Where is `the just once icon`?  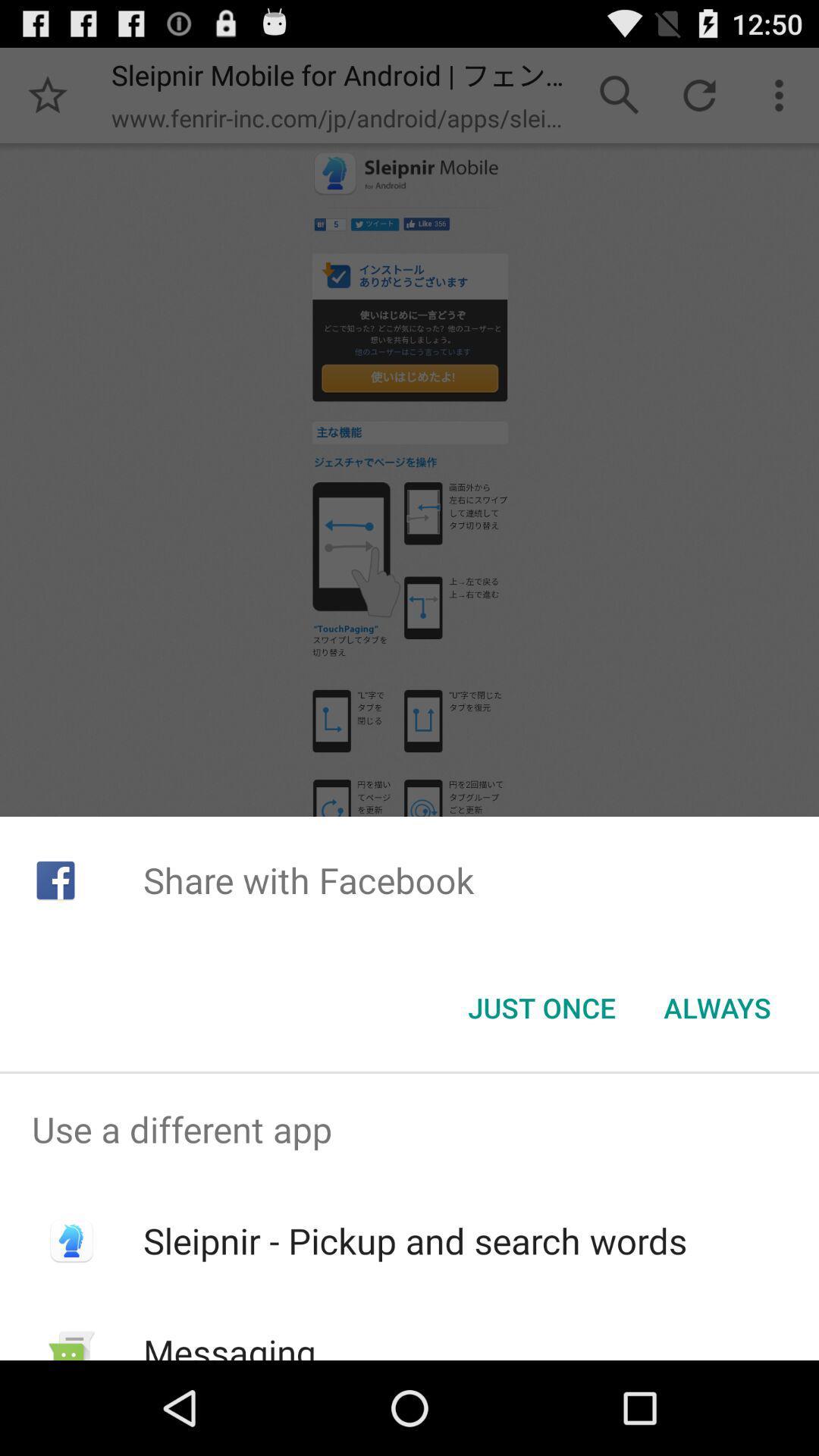
the just once icon is located at coordinates (541, 1008).